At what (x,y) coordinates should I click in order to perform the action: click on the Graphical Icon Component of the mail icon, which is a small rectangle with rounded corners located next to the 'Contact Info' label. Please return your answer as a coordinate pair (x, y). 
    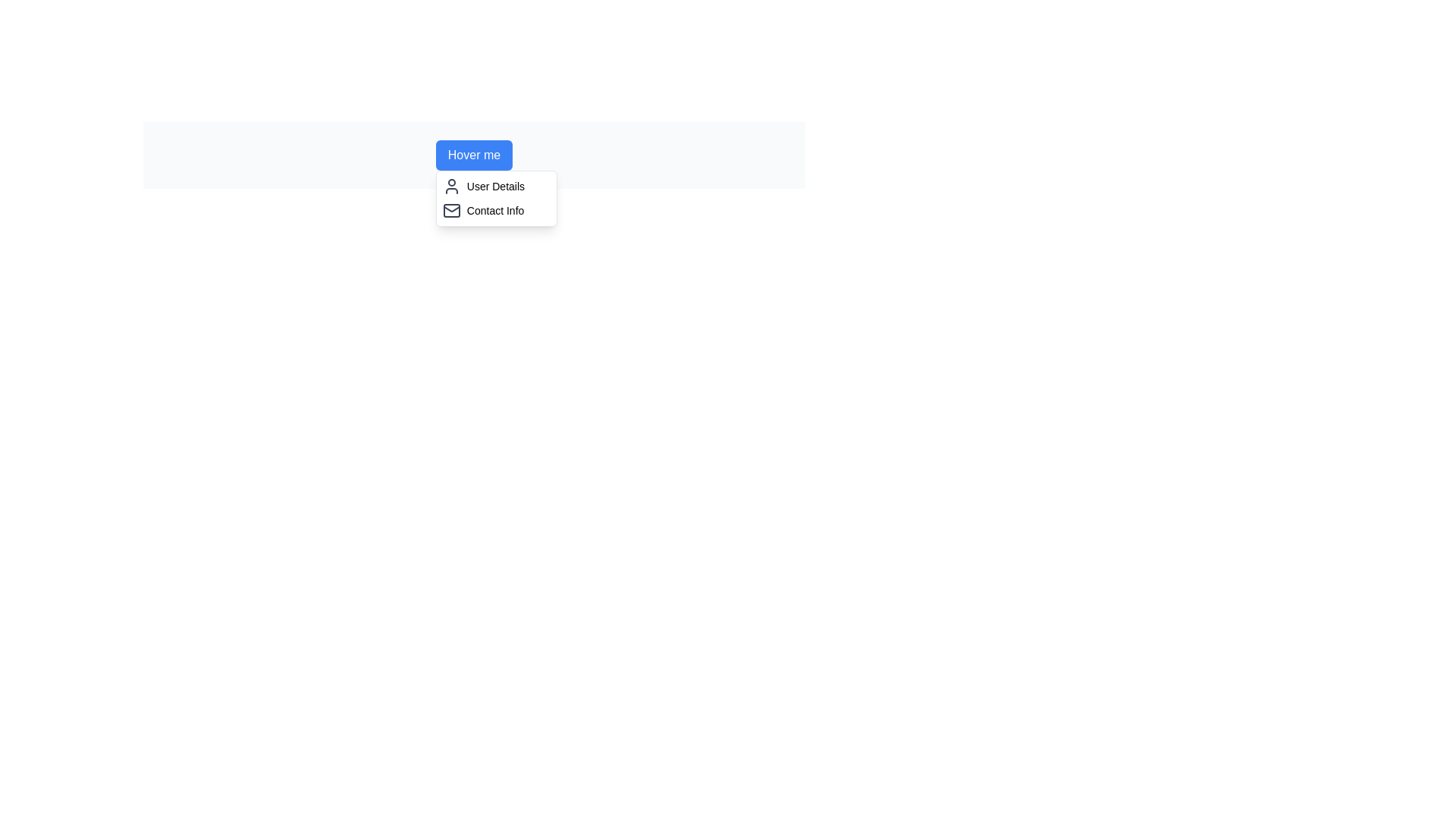
    Looking at the image, I should click on (450, 210).